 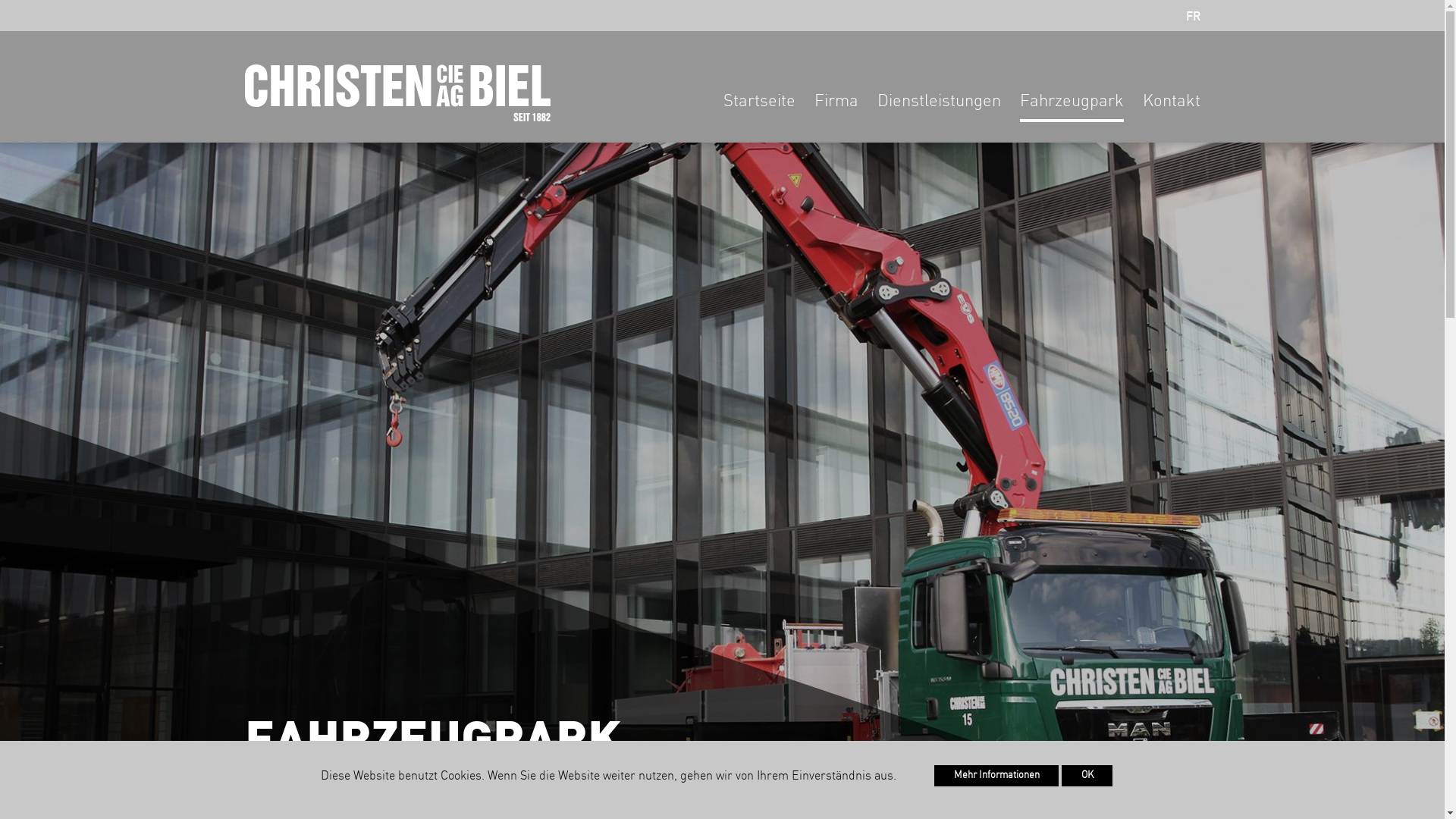 I want to click on 'Fahrzeugpark', so click(x=1070, y=107).